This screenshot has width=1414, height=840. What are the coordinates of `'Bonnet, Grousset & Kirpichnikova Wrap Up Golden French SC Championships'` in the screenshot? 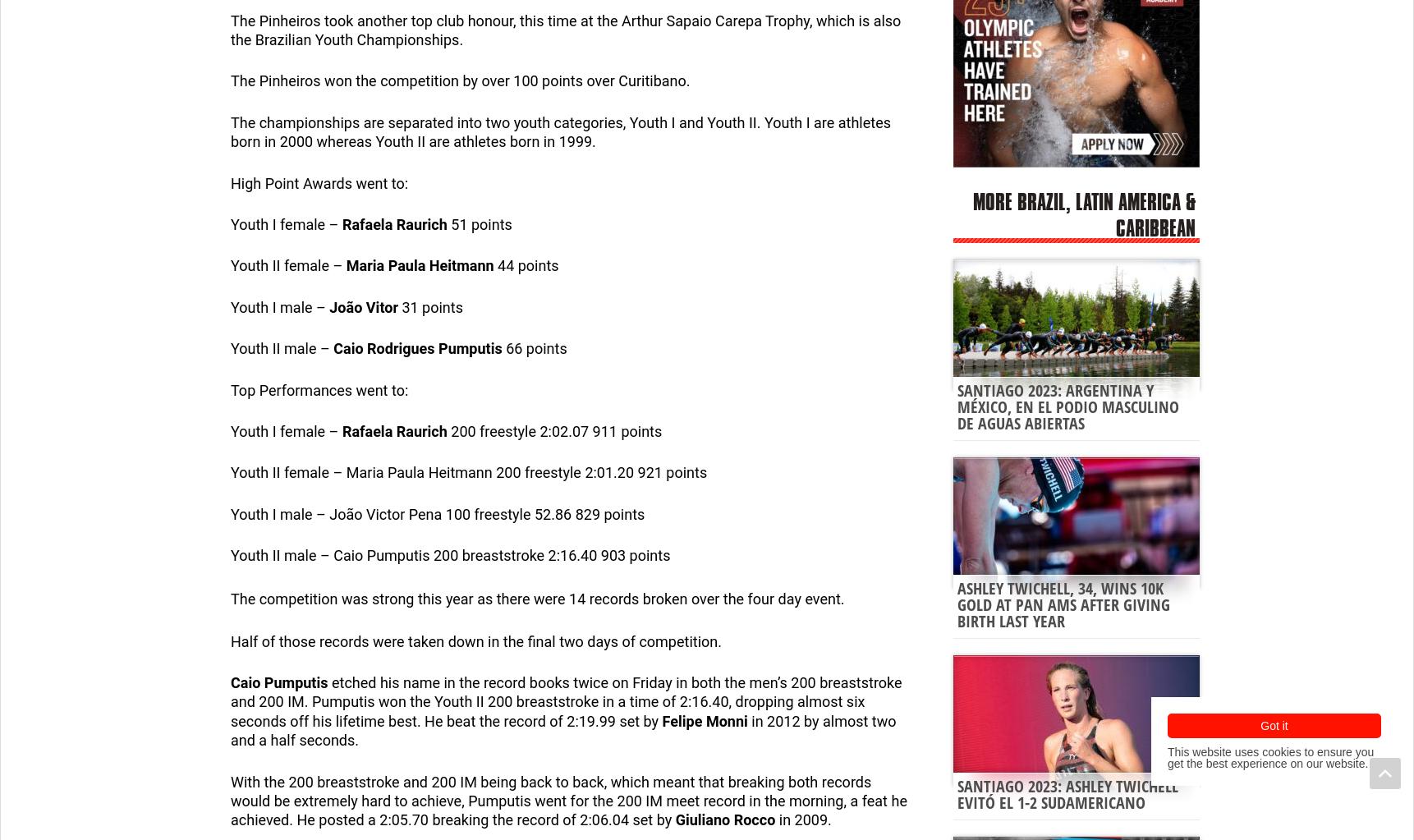 It's located at (163, 759).